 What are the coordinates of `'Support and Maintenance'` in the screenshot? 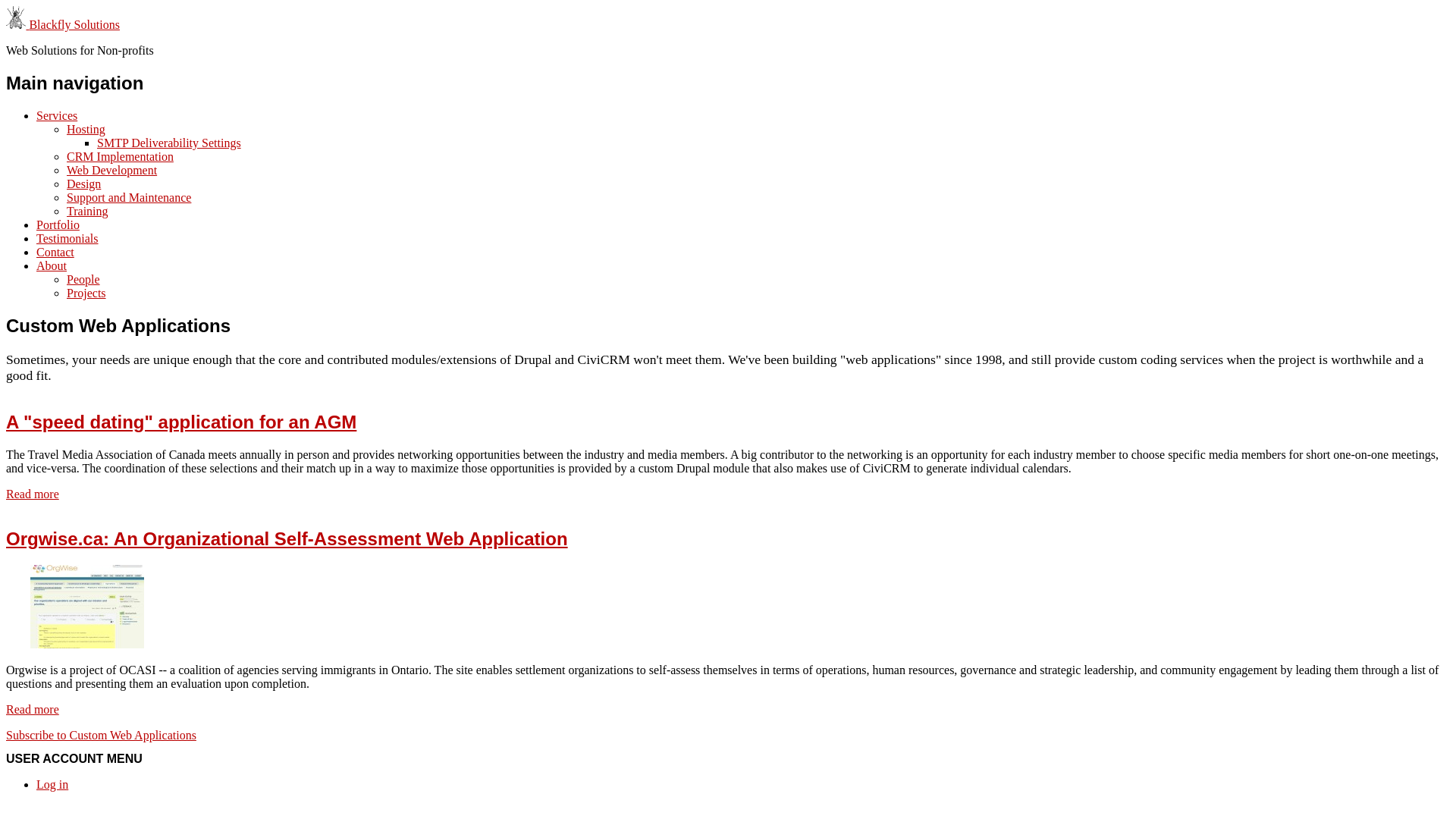 It's located at (128, 196).